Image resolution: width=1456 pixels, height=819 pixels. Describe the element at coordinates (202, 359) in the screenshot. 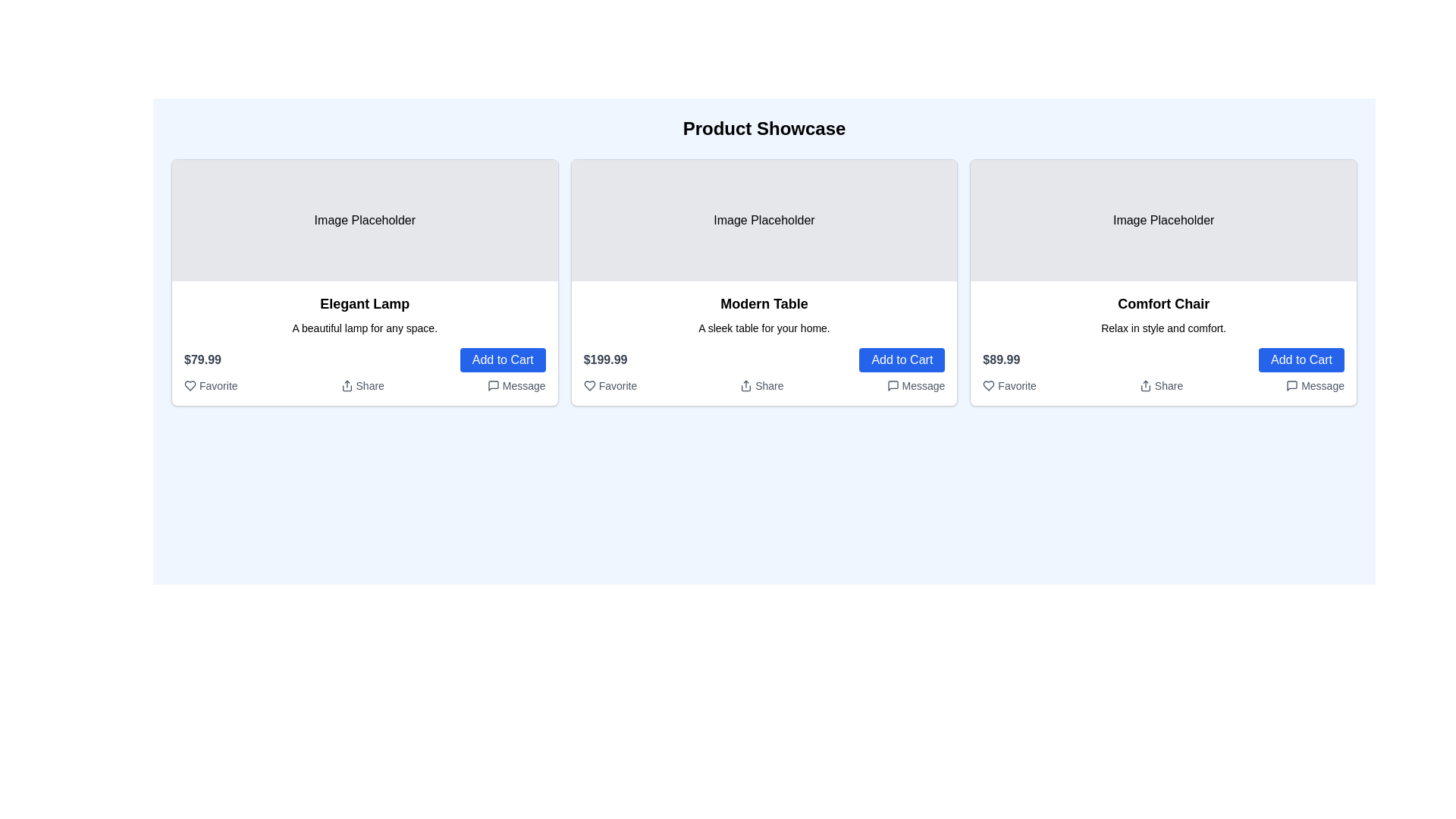

I see `displayed price of '$79.99', which is bold and dark gray, located at the bottom-left corner of the product card, adjacent to the 'Add to Cart' button` at that location.